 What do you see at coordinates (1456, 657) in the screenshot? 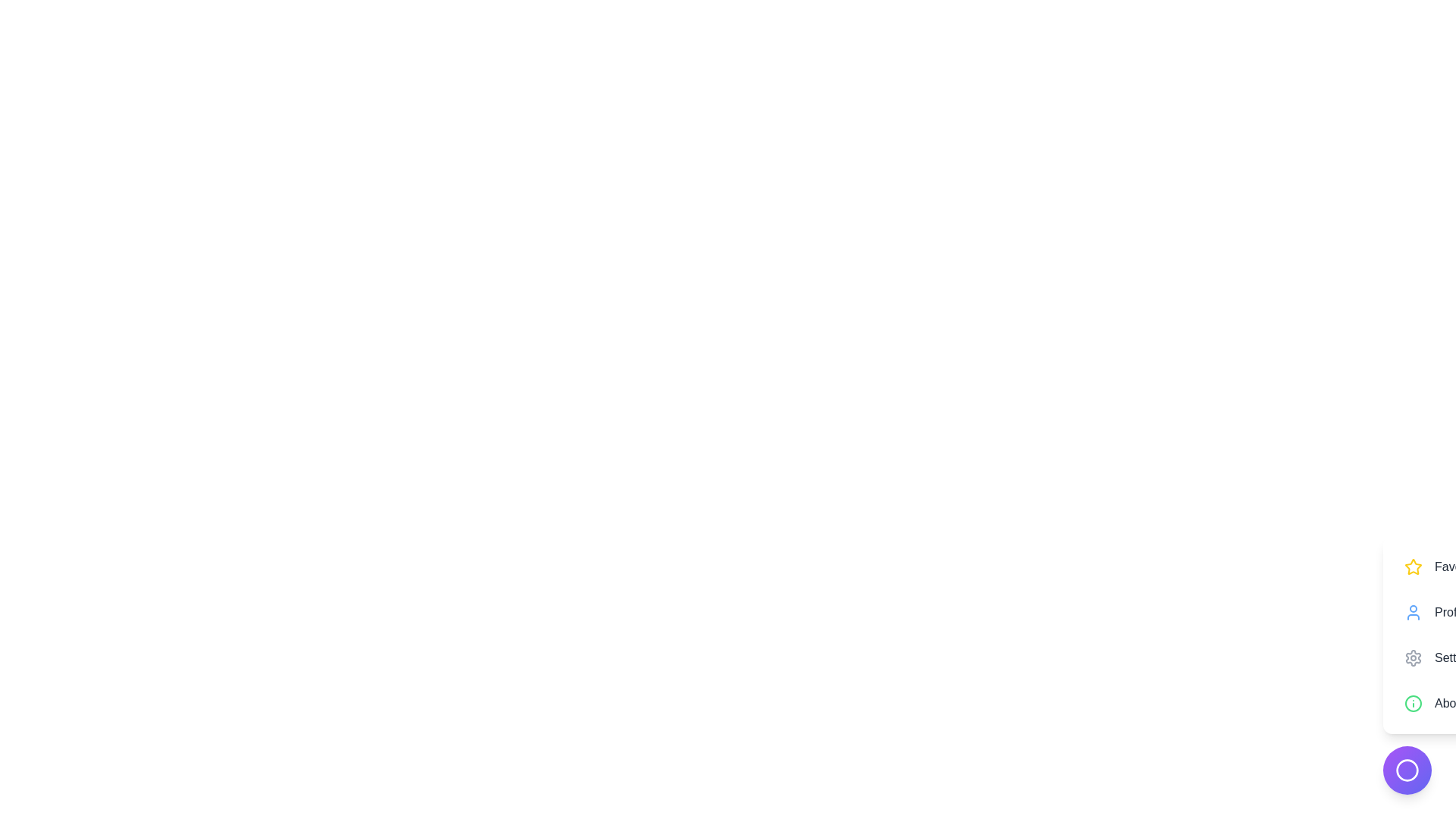
I see `the Settings from the speed dial options` at bounding box center [1456, 657].